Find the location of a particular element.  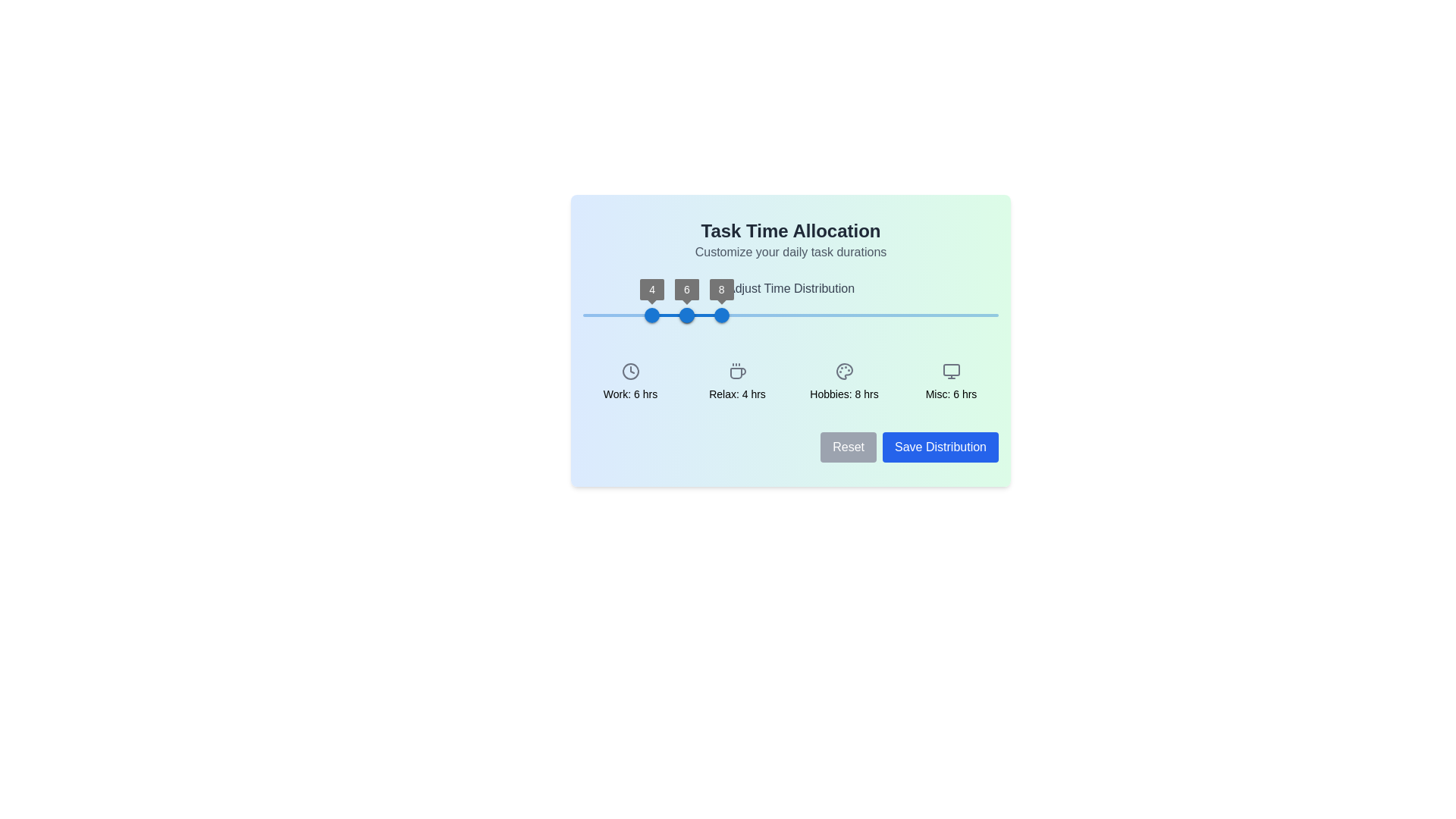

the textual label indicating 8 hours for hobbies in the task time distribution interface, which is the third element in a row of four, positioned between 'Relax: 4 hrs' and 'Misc: 6 hrs' is located at coordinates (843, 381).